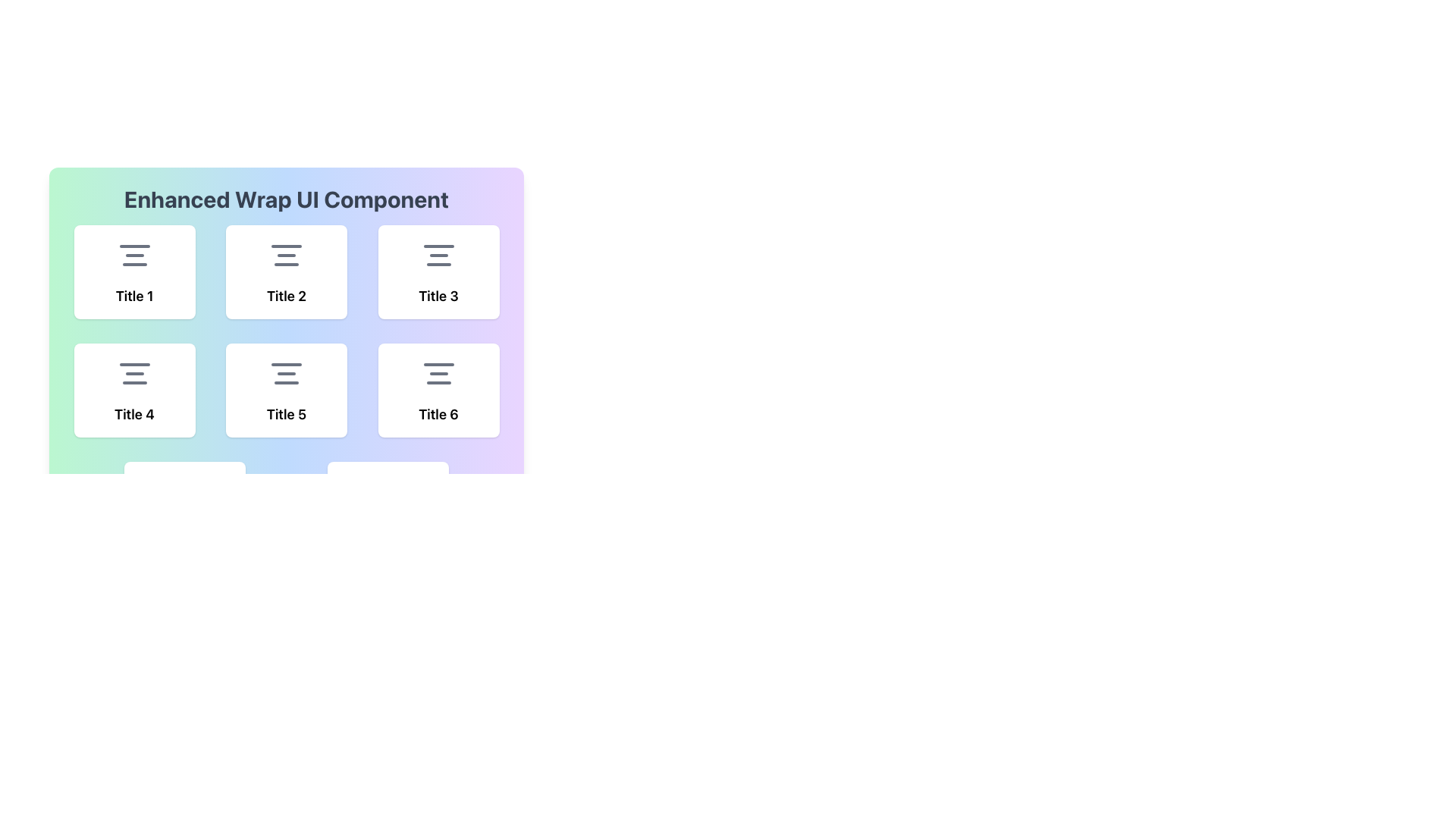 The image size is (1456, 819). What do you see at coordinates (438, 415) in the screenshot?
I see `text label 'Title 6', which is a bold, centered title located at the bottom-center of the last card in a 3x2 grid layout` at bounding box center [438, 415].